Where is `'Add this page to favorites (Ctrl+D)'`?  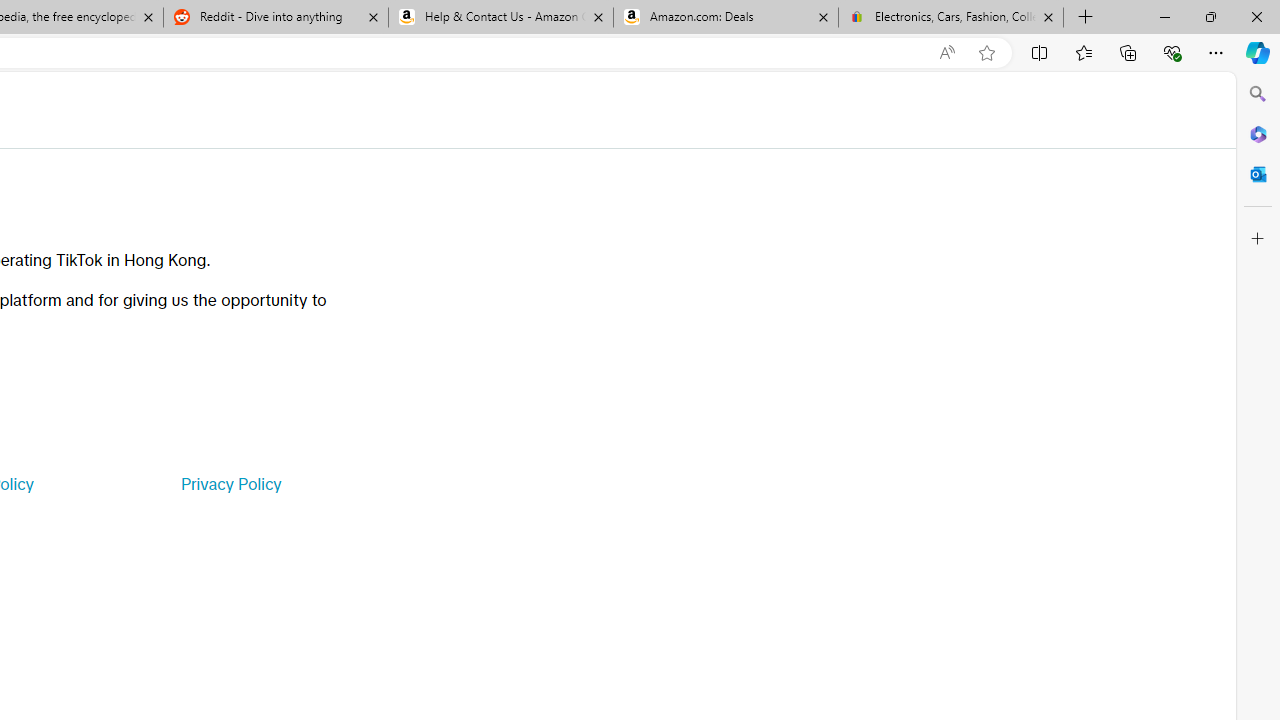 'Add this page to favorites (Ctrl+D)' is located at coordinates (986, 52).